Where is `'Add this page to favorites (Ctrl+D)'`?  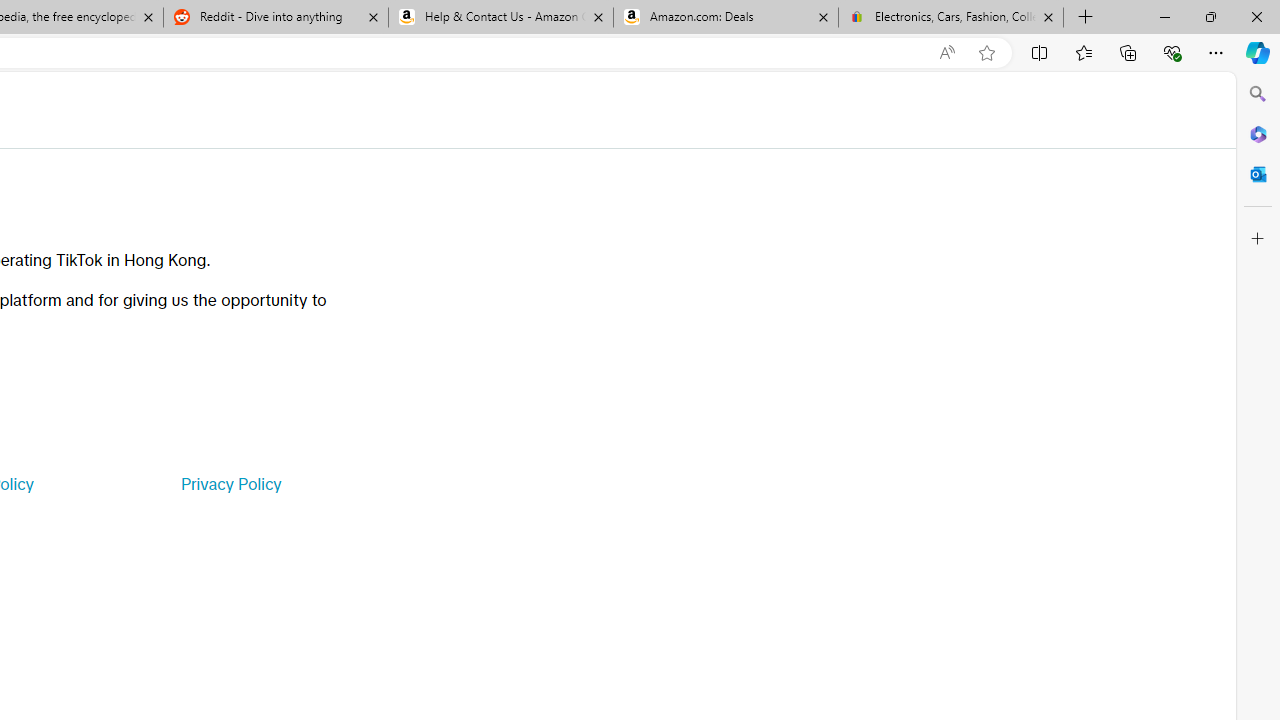 'Add this page to favorites (Ctrl+D)' is located at coordinates (986, 52).